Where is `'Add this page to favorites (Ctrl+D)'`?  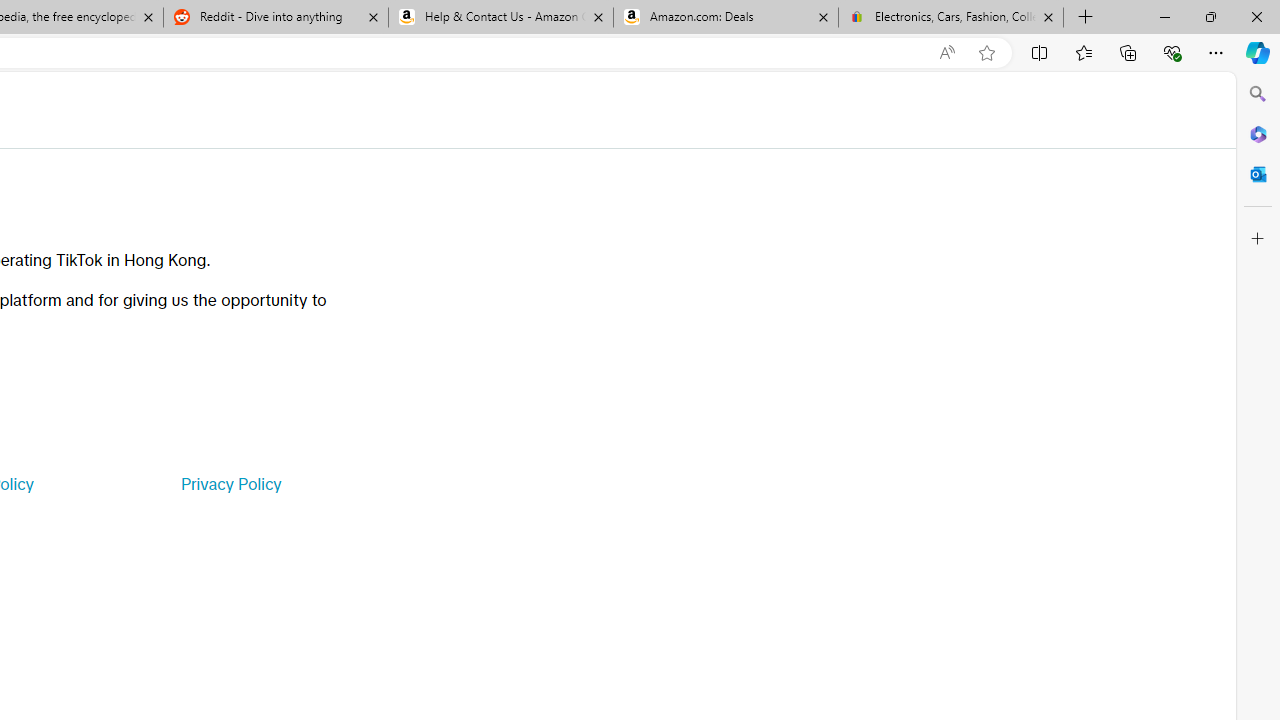 'Add this page to favorites (Ctrl+D)' is located at coordinates (986, 52).